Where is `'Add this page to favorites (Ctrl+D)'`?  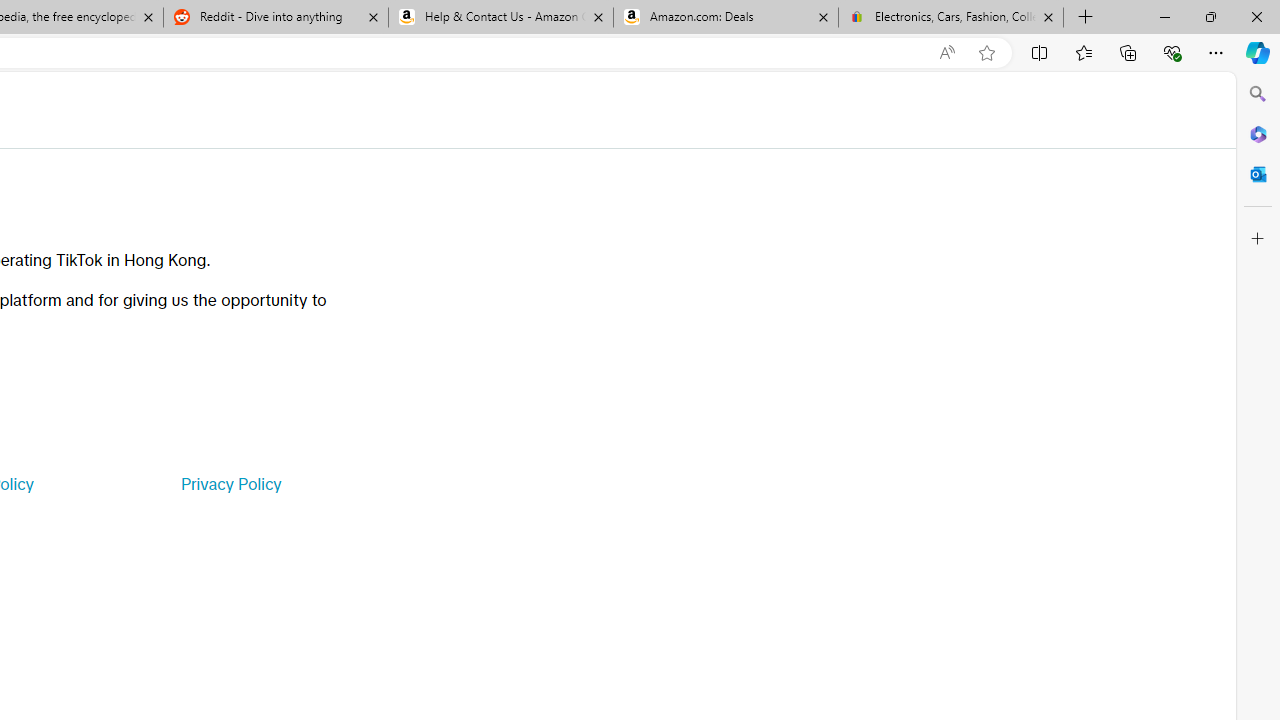 'Add this page to favorites (Ctrl+D)' is located at coordinates (986, 52).